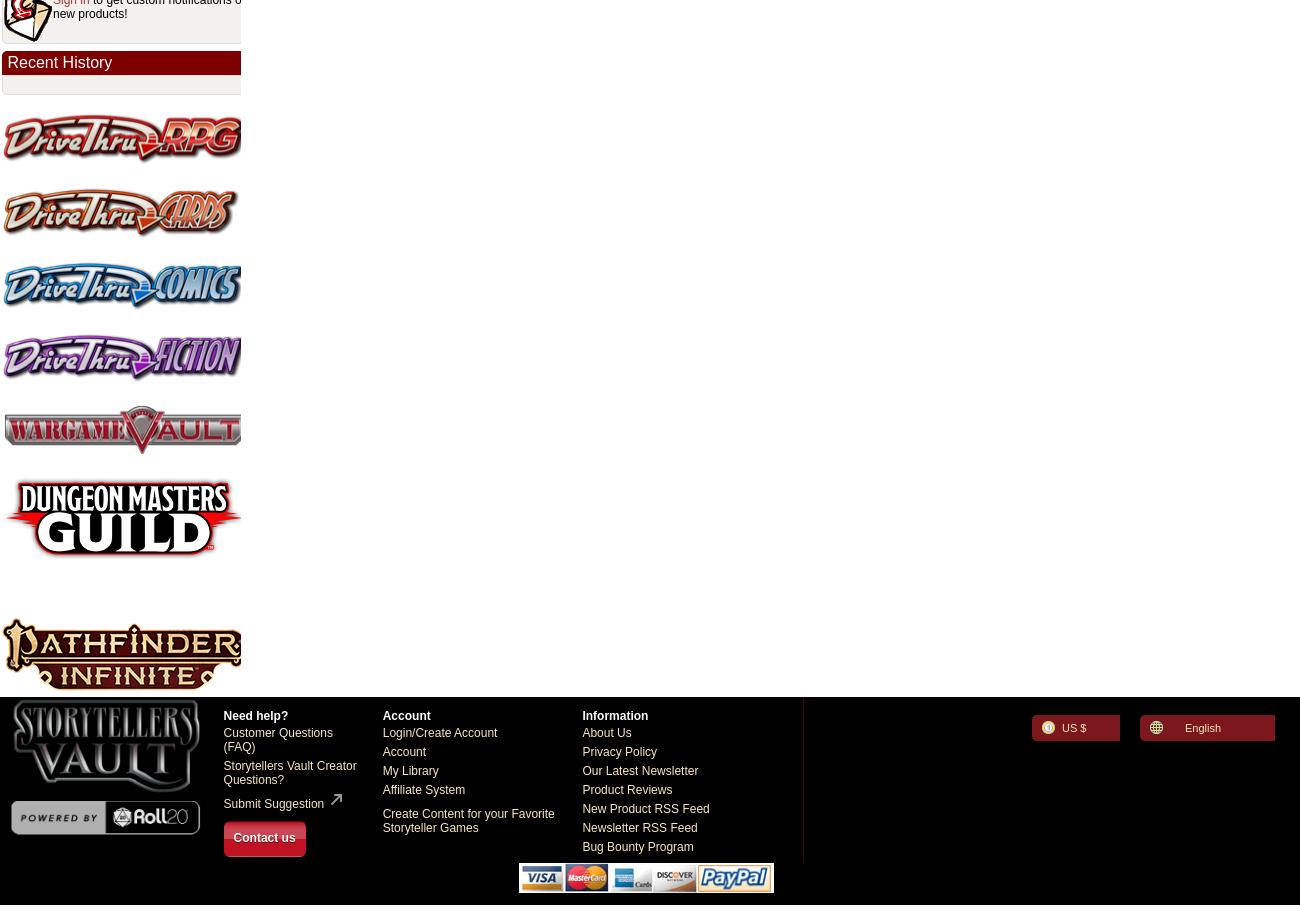  What do you see at coordinates (581, 808) in the screenshot?
I see `'New Product RSS Feed'` at bounding box center [581, 808].